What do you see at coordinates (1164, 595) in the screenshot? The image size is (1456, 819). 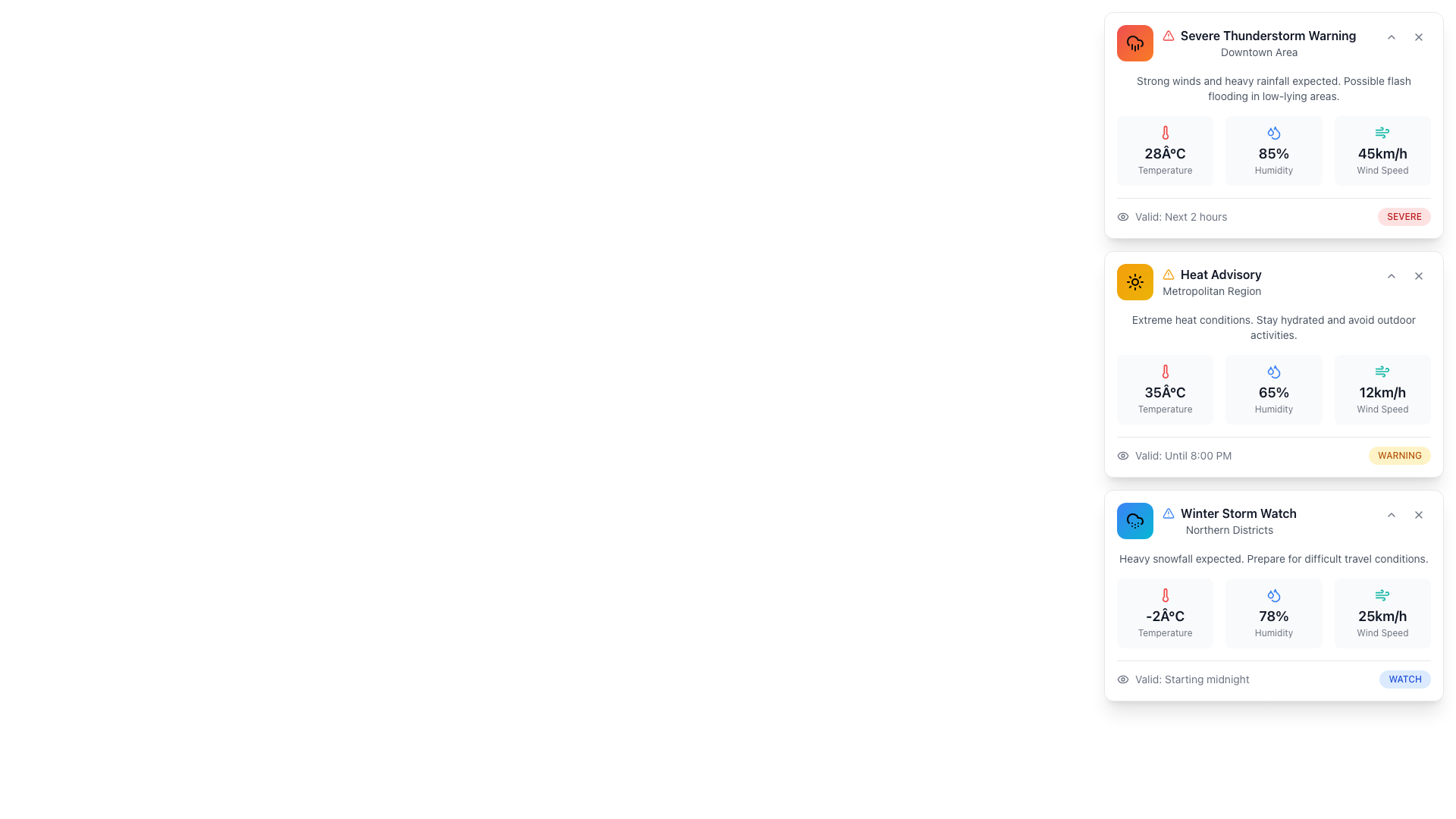 I see `the temperature icon located in the leftmost slot of the statistics display area in the third card titled 'Winter Storm Watch'` at bounding box center [1164, 595].